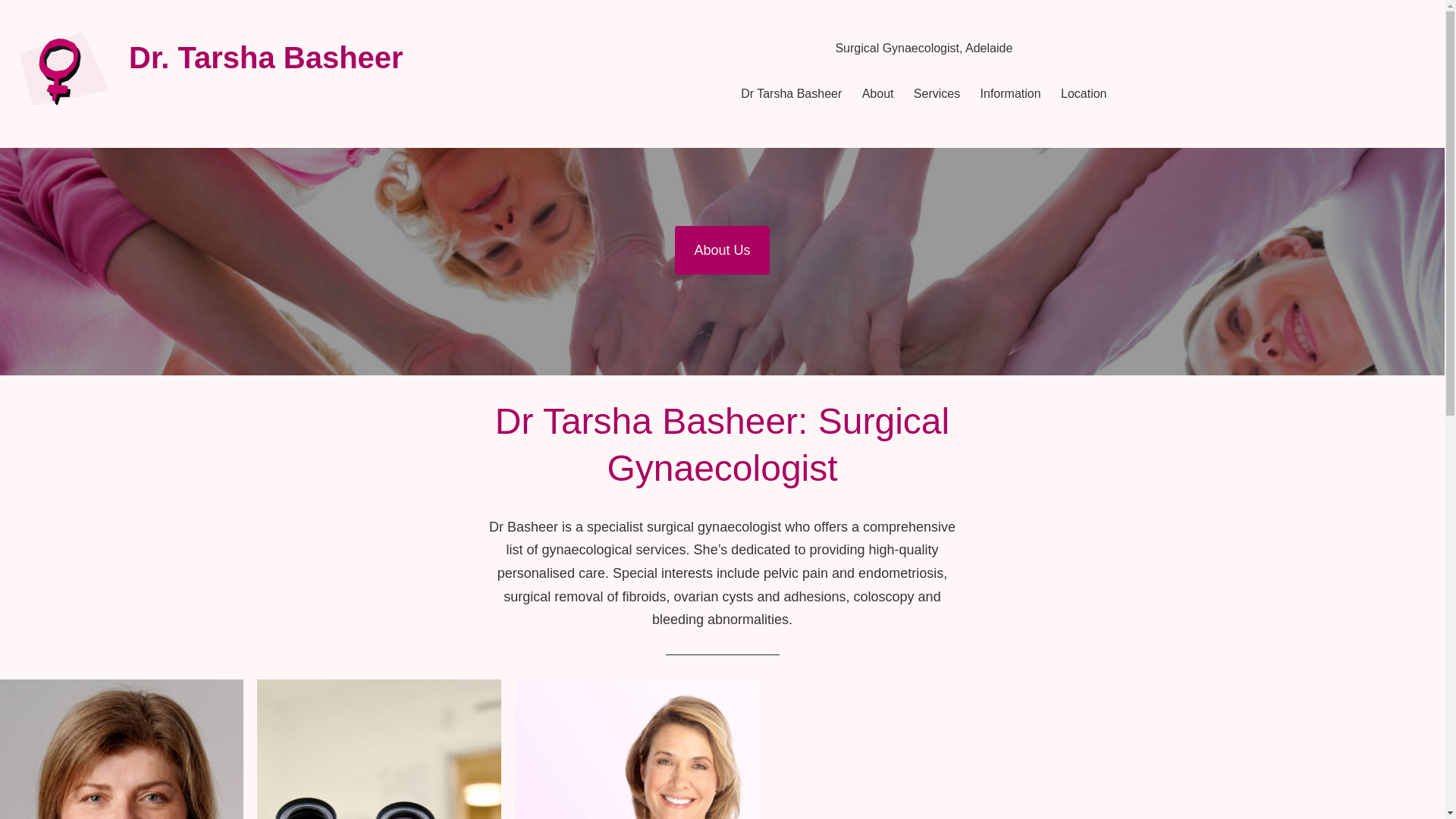 The width and height of the screenshot is (1456, 819). Describe the element at coordinates (877, 93) in the screenshot. I see `'About'` at that location.